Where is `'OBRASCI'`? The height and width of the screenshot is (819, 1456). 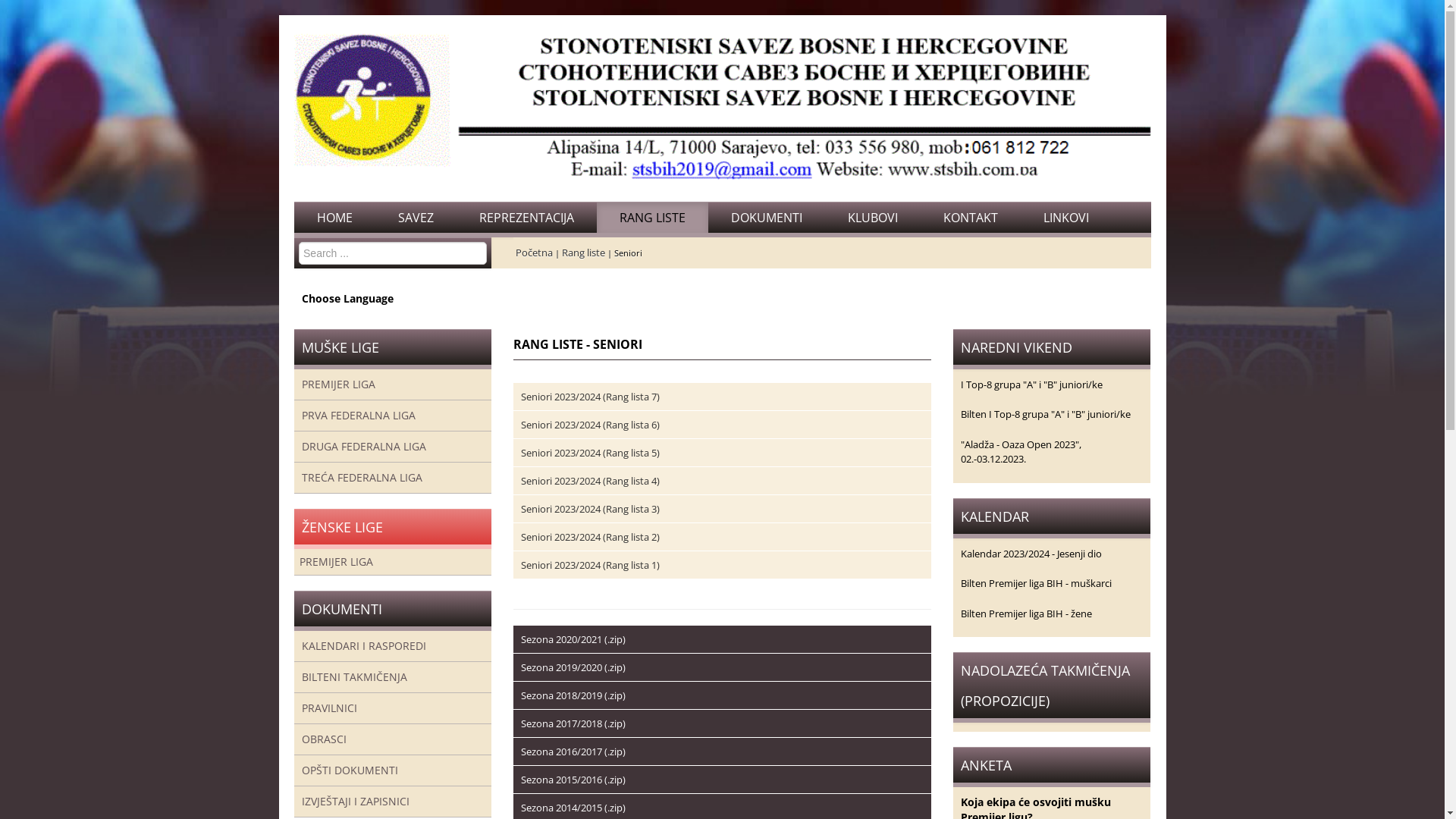 'OBRASCI' is located at coordinates (294, 739).